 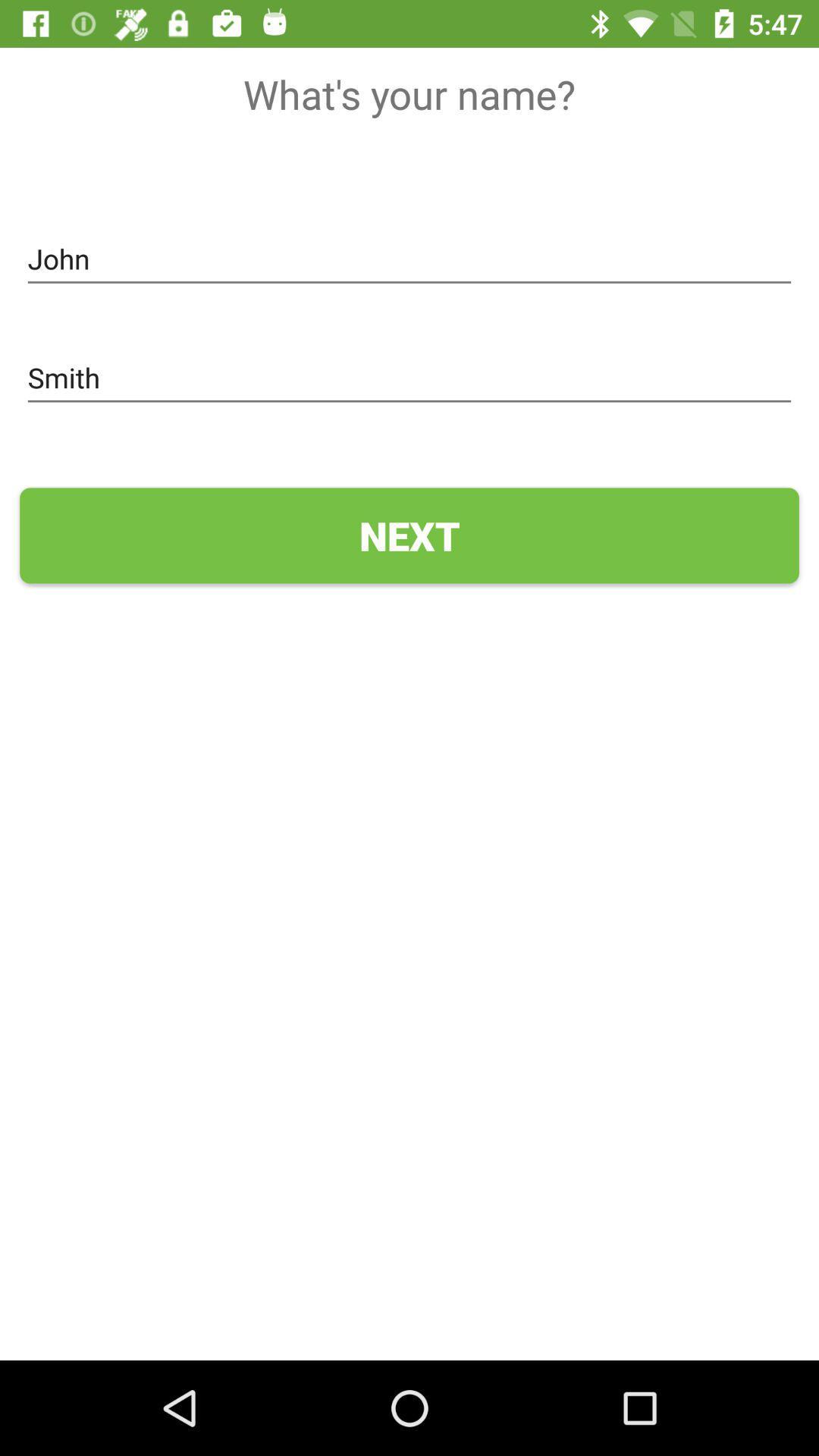 I want to click on the next item, so click(x=409, y=535).